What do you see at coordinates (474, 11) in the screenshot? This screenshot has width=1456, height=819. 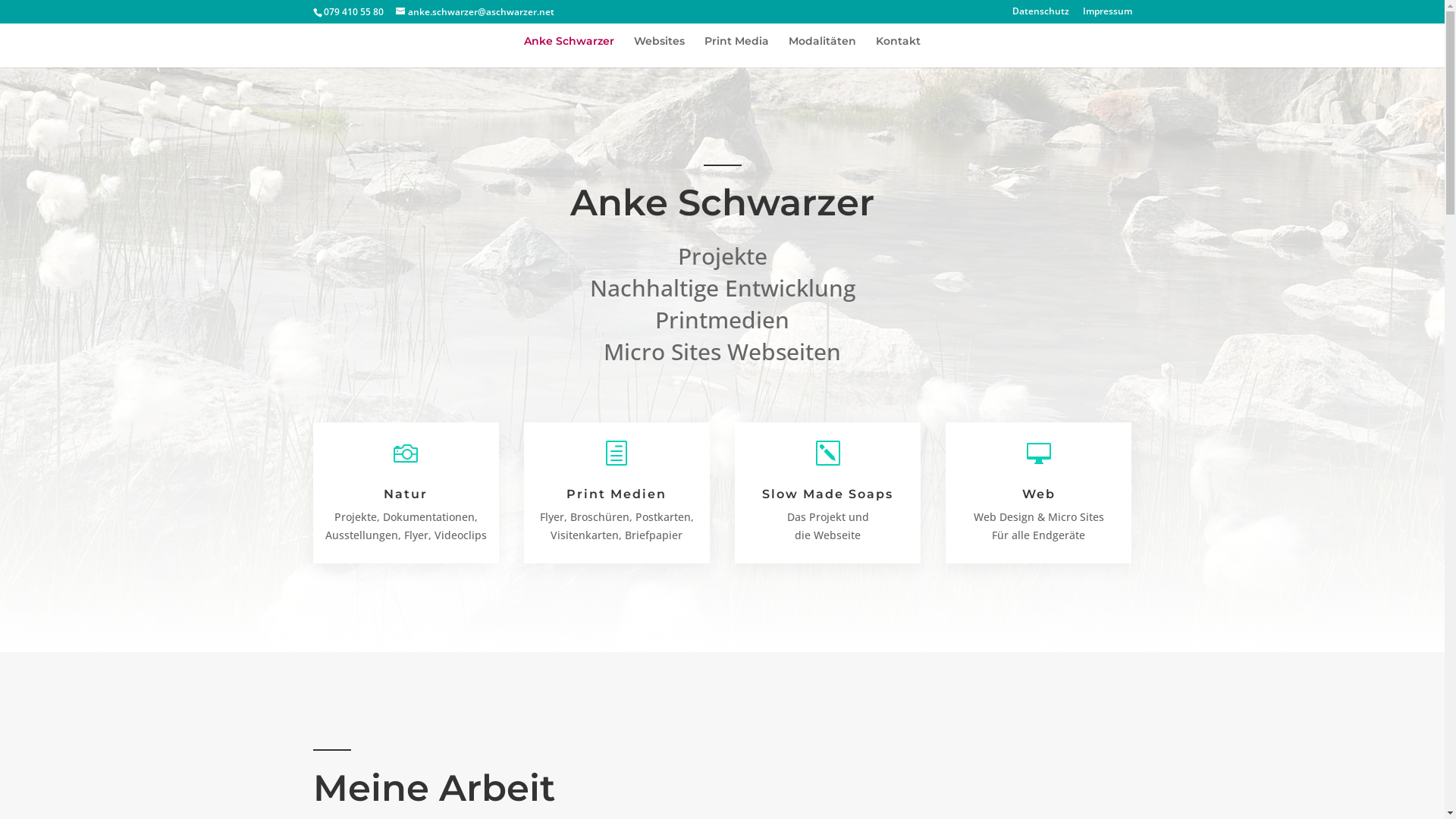 I see `'anke.schwarzer@aschwarzer.net'` at bounding box center [474, 11].